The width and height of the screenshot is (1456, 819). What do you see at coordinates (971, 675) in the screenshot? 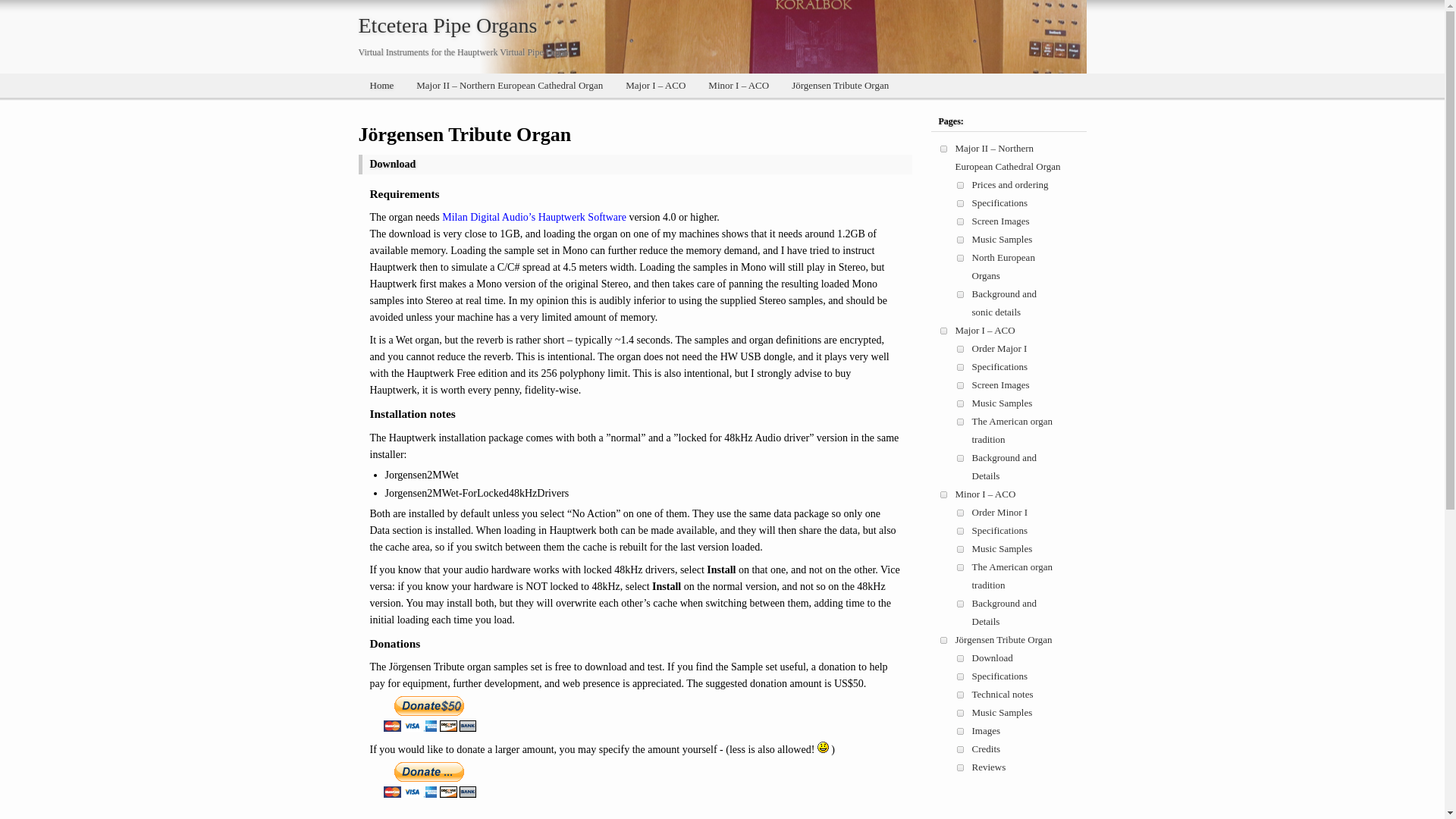
I see `'Specifications'` at bounding box center [971, 675].